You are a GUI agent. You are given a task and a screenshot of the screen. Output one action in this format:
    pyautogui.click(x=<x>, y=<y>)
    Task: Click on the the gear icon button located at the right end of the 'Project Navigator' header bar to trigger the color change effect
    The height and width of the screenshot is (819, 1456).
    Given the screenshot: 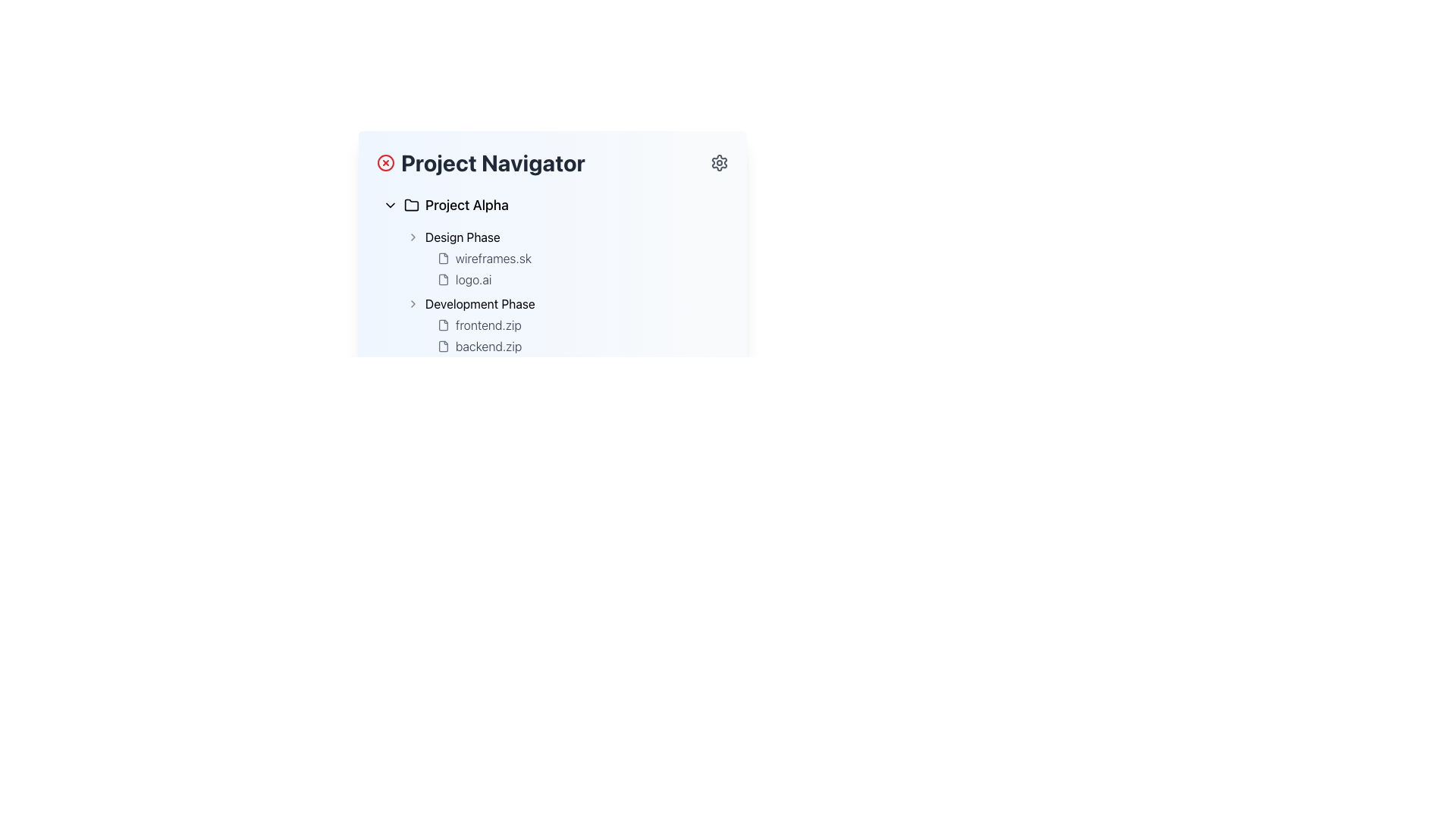 What is the action you would take?
    pyautogui.click(x=719, y=163)
    